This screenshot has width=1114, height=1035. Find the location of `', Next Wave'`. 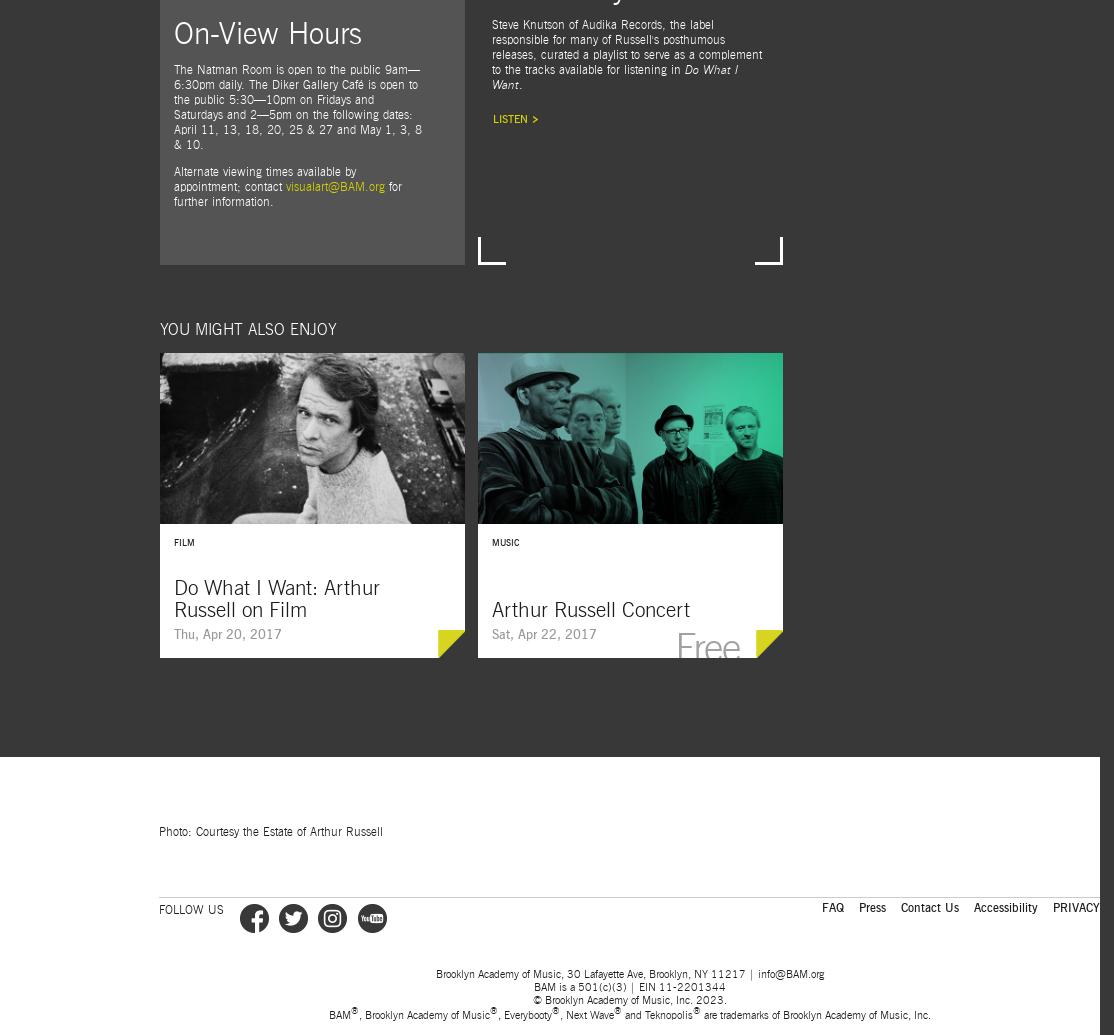

', Next Wave' is located at coordinates (585, 1013).